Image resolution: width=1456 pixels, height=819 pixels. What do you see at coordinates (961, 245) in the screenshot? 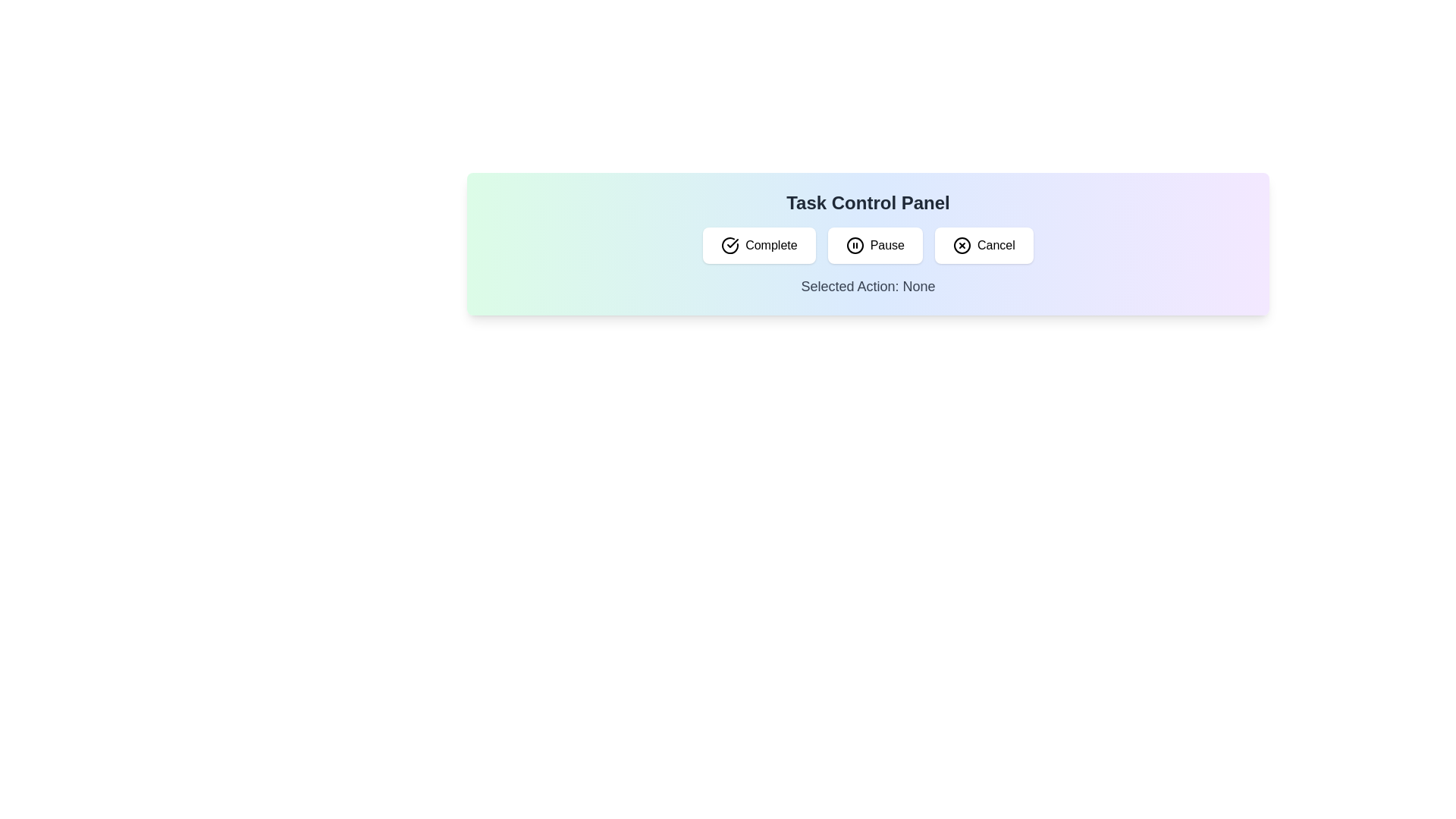
I see `the 'Cancel' button which contains a circular icon with a cross inside, located at the rightmost position in the Task Control Panel` at bounding box center [961, 245].